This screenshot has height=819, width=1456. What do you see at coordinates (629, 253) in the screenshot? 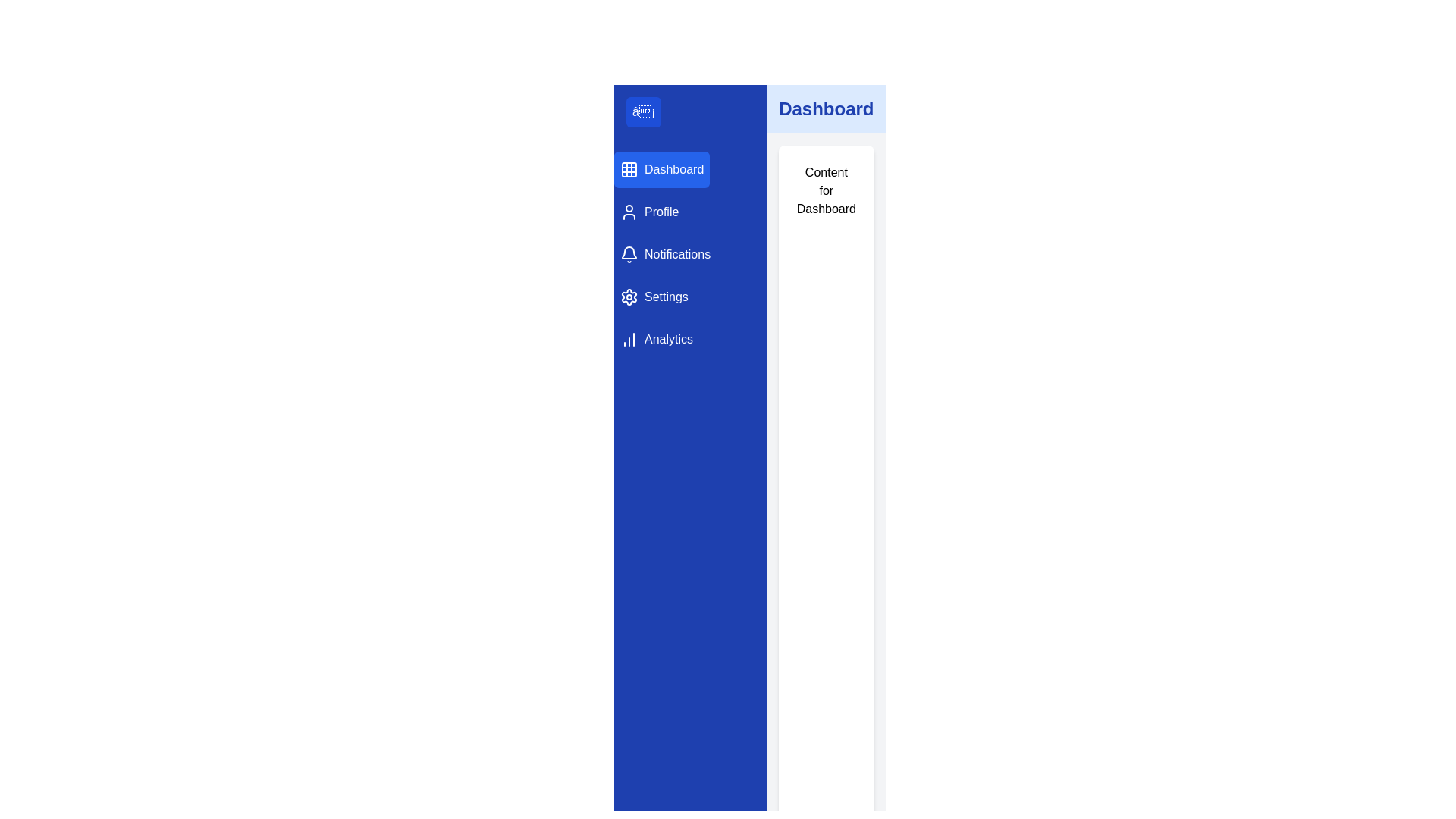
I see `the bell-shaped icon in the navigation menu, which is located to the left of the 'Notifications' text label` at bounding box center [629, 253].